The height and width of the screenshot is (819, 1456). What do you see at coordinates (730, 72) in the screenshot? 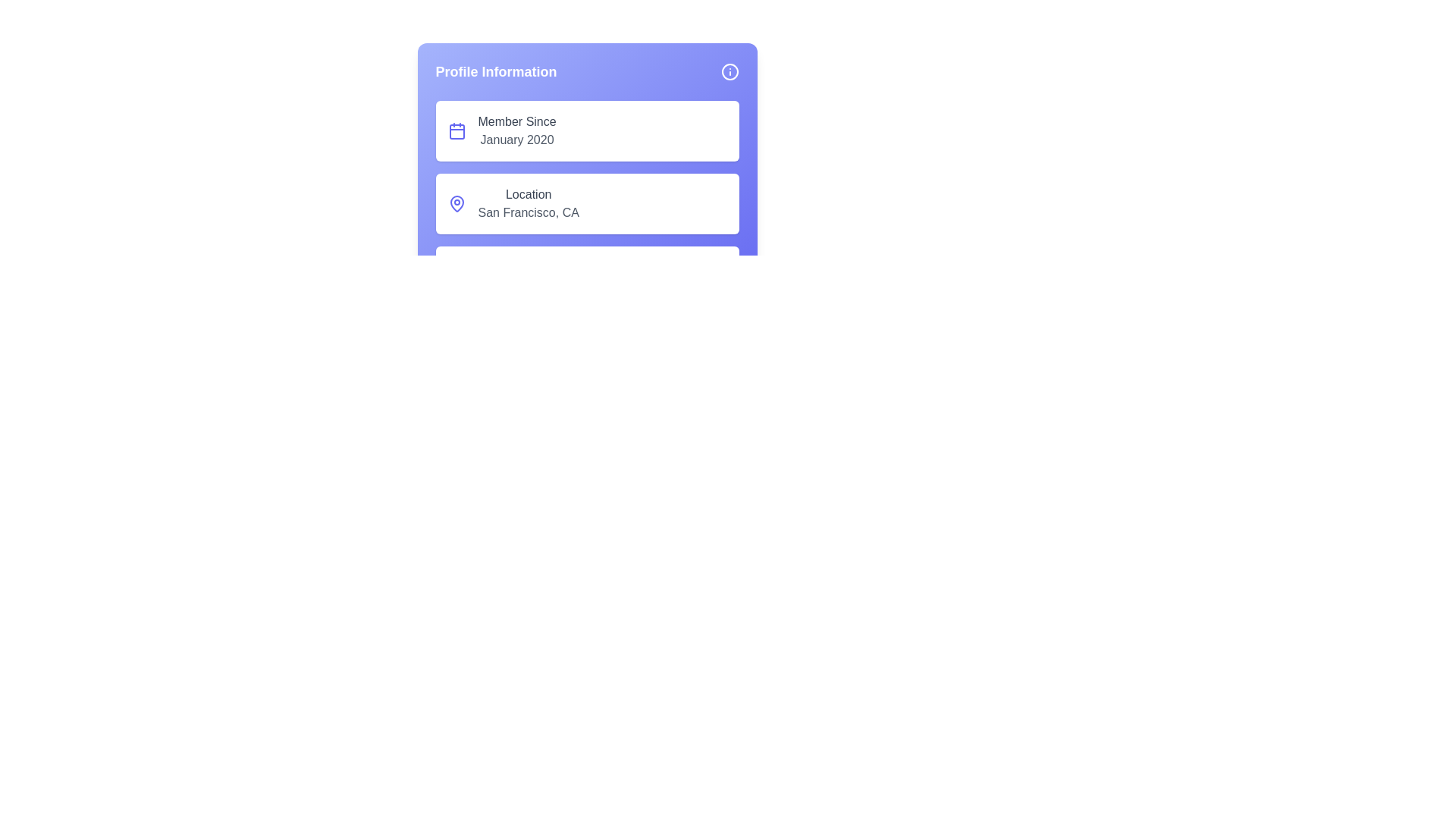
I see `the circular SVG graphic element that forms the outer border of the information icon located in the top-right portion of the profile information card` at bounding box center [730, 72].